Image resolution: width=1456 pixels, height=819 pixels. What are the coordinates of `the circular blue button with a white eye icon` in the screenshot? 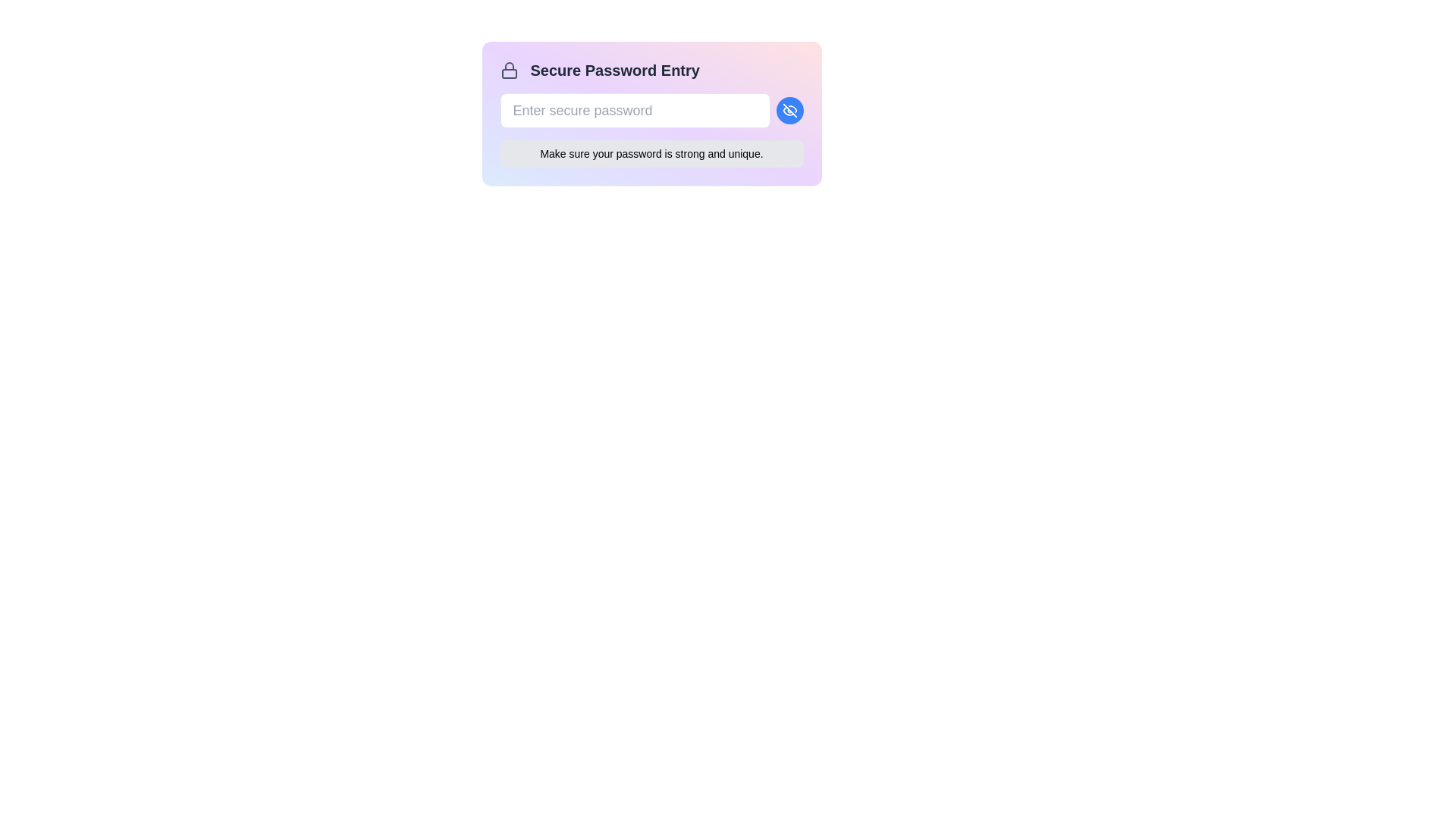 It's located at (789, 110).